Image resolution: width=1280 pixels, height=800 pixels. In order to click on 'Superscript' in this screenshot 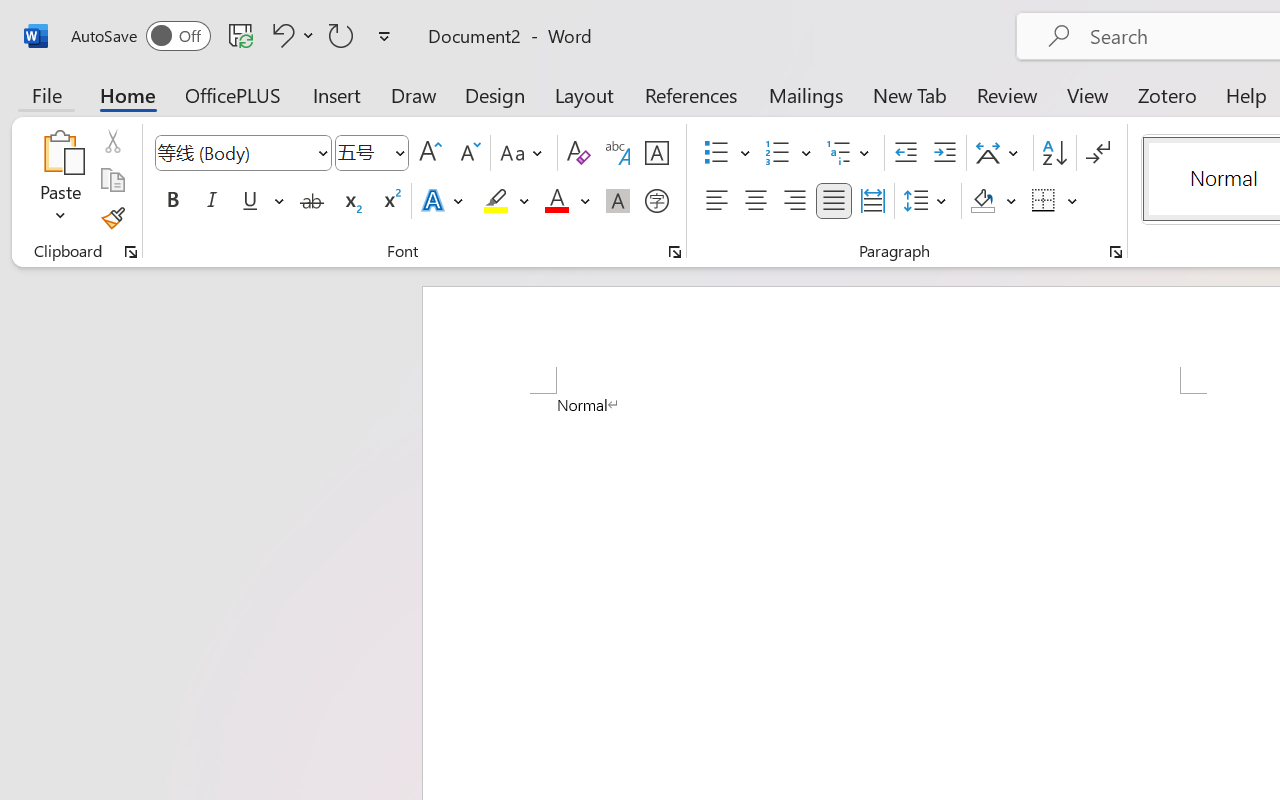, I will do `click(390, 201)`.